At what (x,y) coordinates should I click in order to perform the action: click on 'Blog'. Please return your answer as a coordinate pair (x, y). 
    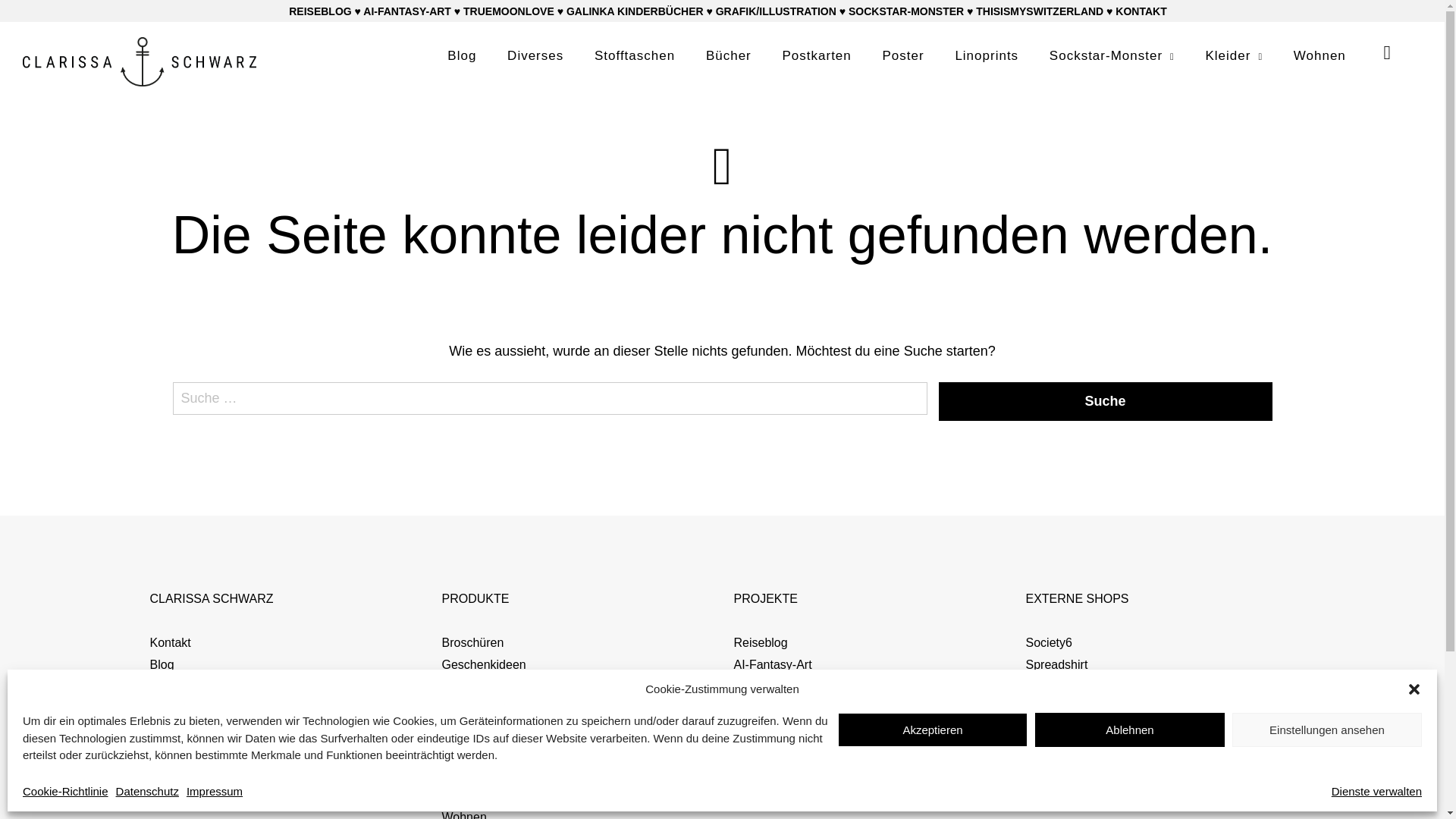
    Looking at the image, I should click on (461, 55).